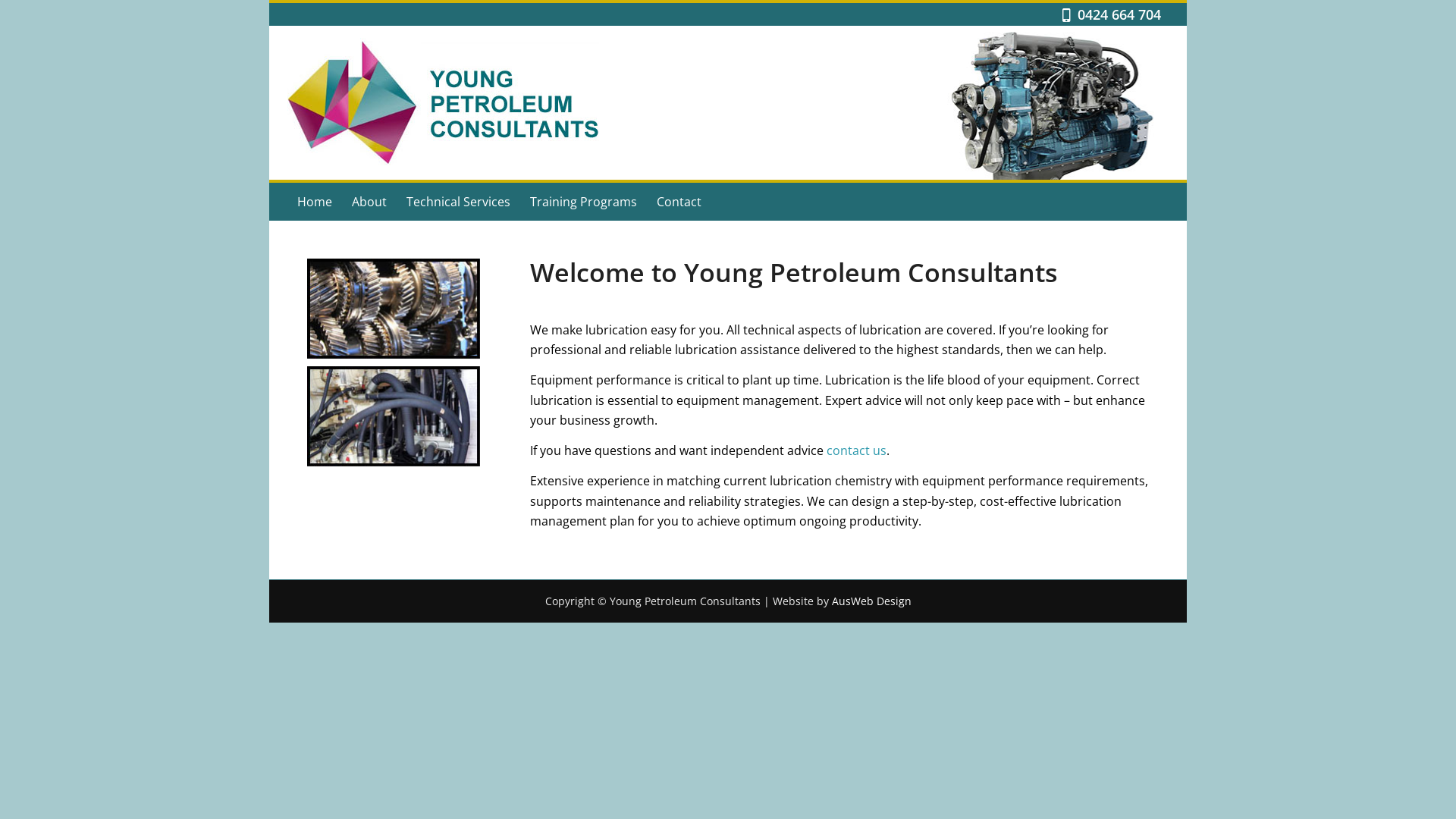 Image resolution: width=1456 pixels, height=819 pixels. I want to click on 'ypc', so click(442, 102).